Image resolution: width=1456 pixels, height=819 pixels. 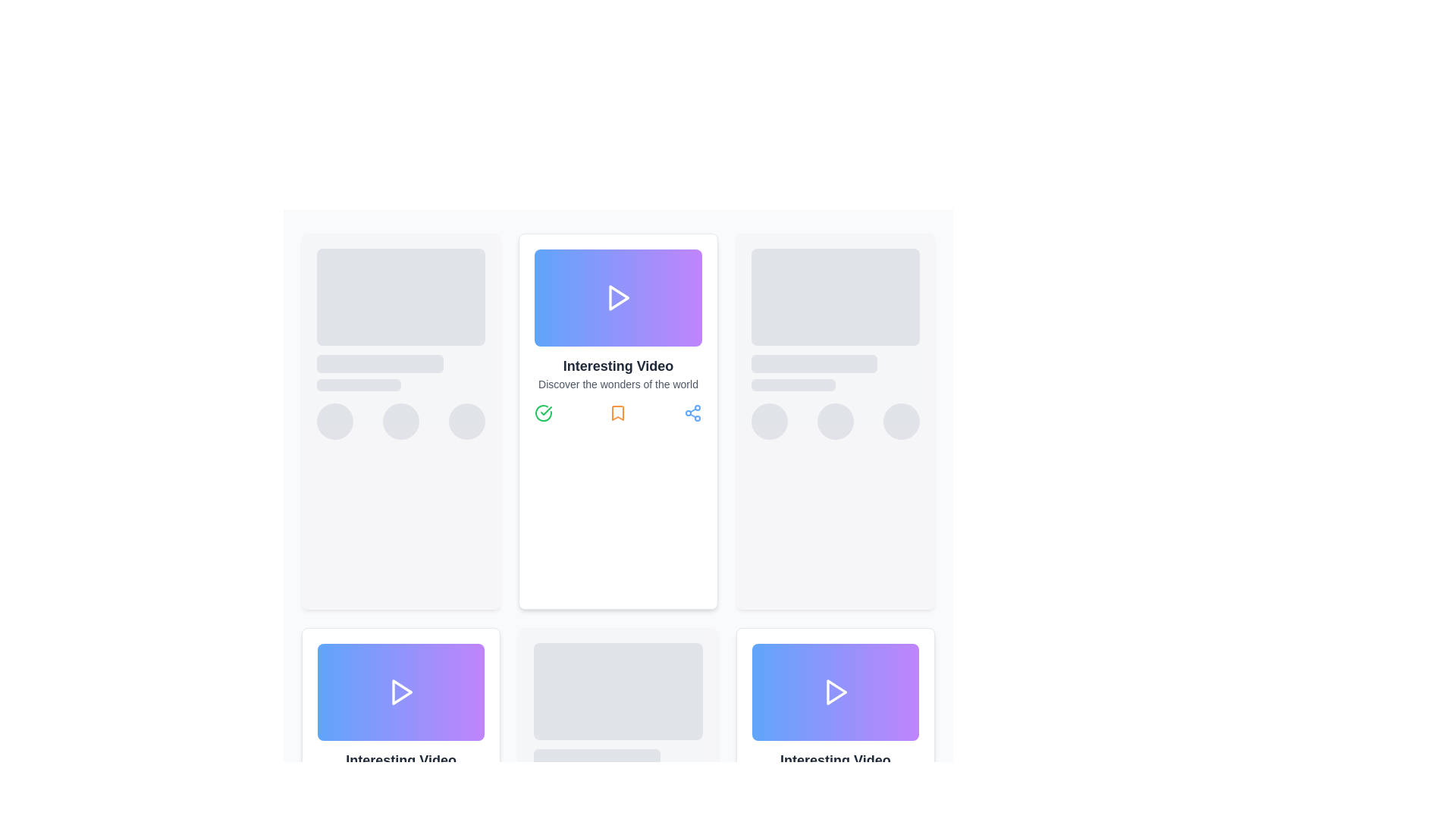 What do you see at coordinates (401, 692) in the screenshot?
I see `the Play Triangle icon, which is a triangular icon resembling a play button with a white outline against a gradient blue-purple background, to initiate playback` at bounding box center [401, 692].